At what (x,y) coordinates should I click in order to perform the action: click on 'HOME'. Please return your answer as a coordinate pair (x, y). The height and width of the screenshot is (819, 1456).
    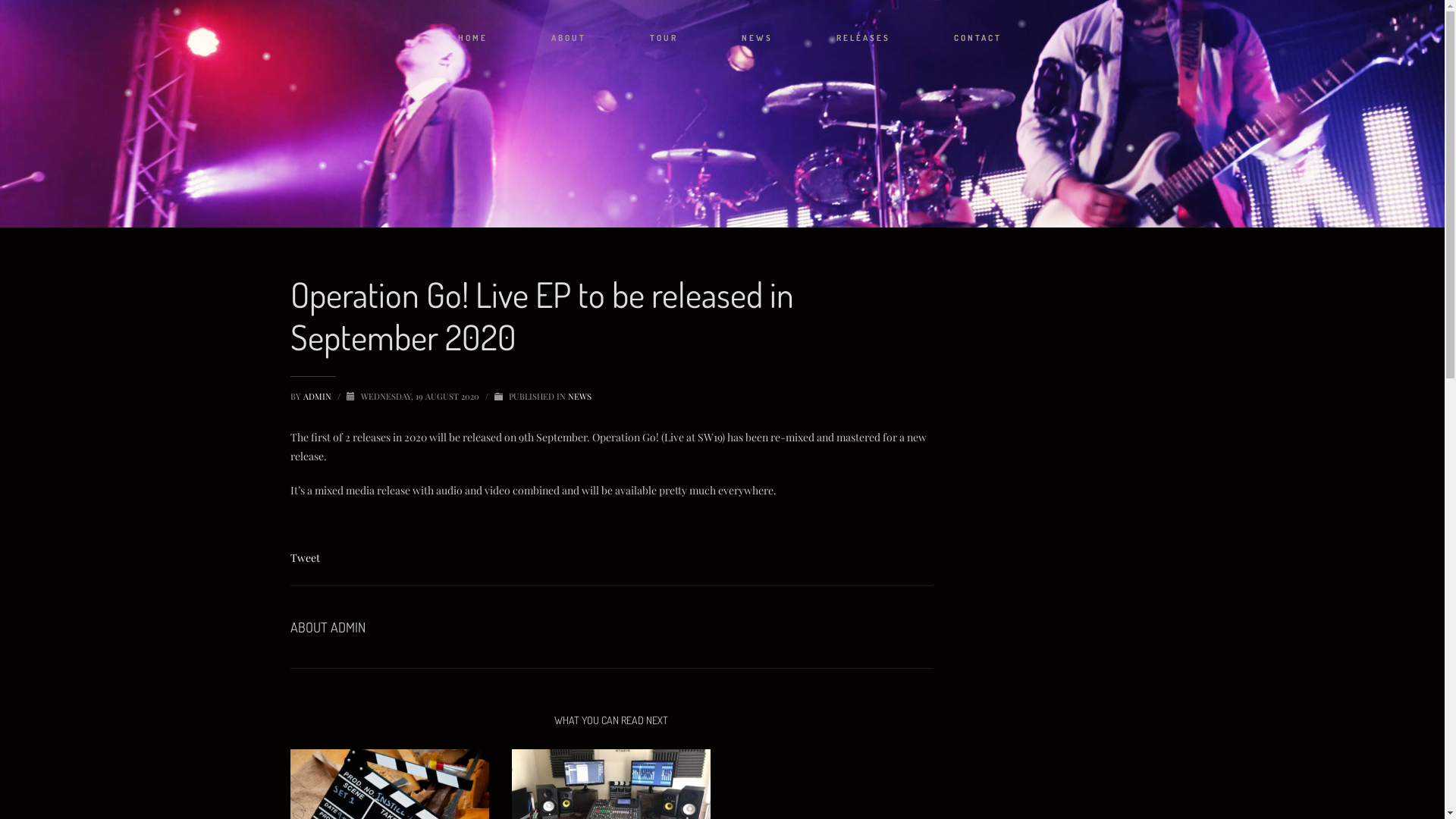
    Looking at the image, I should click on (472, 37).